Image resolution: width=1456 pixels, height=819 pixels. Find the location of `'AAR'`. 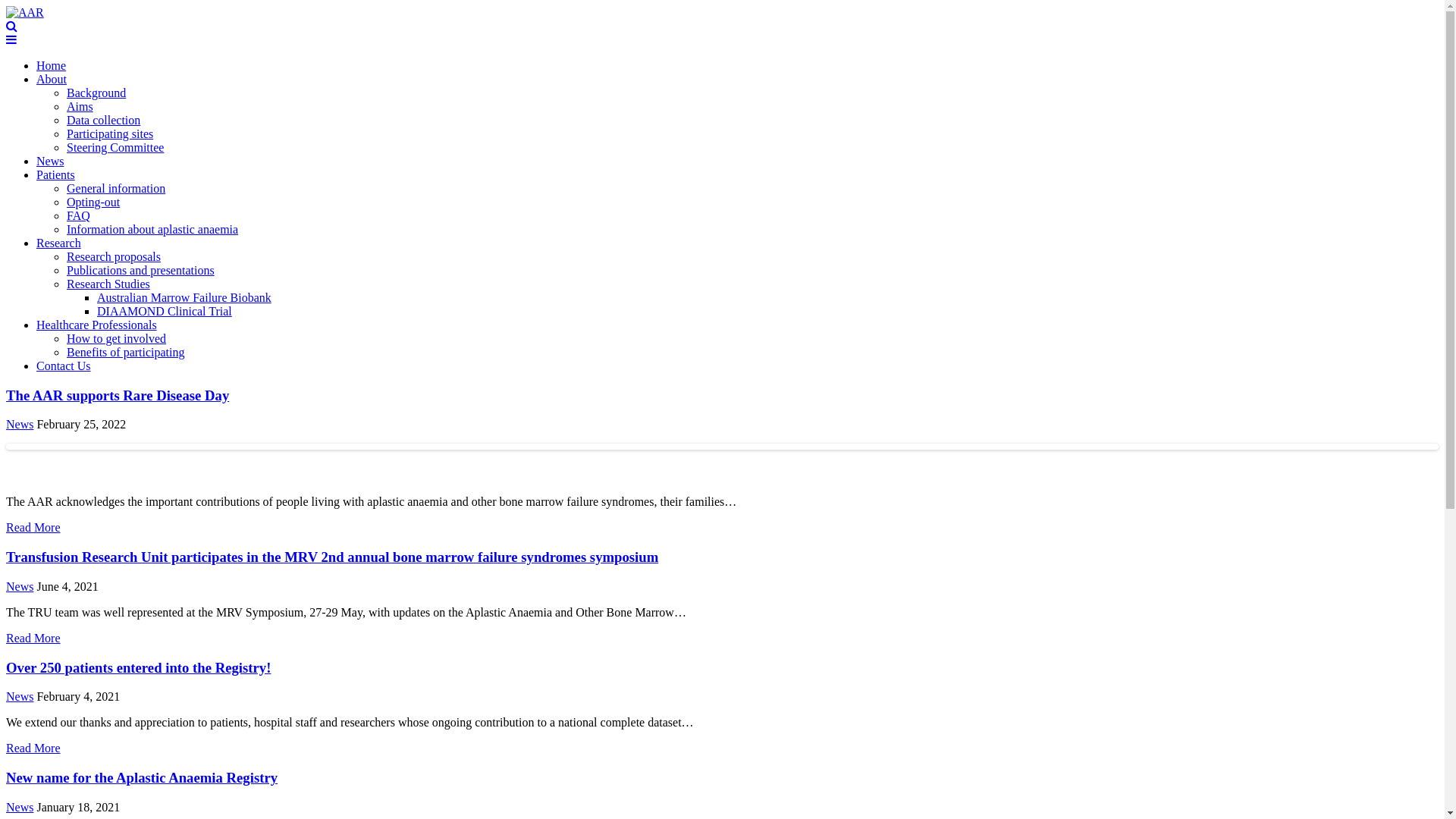

'AAR' is located at coordinates (25, 12).